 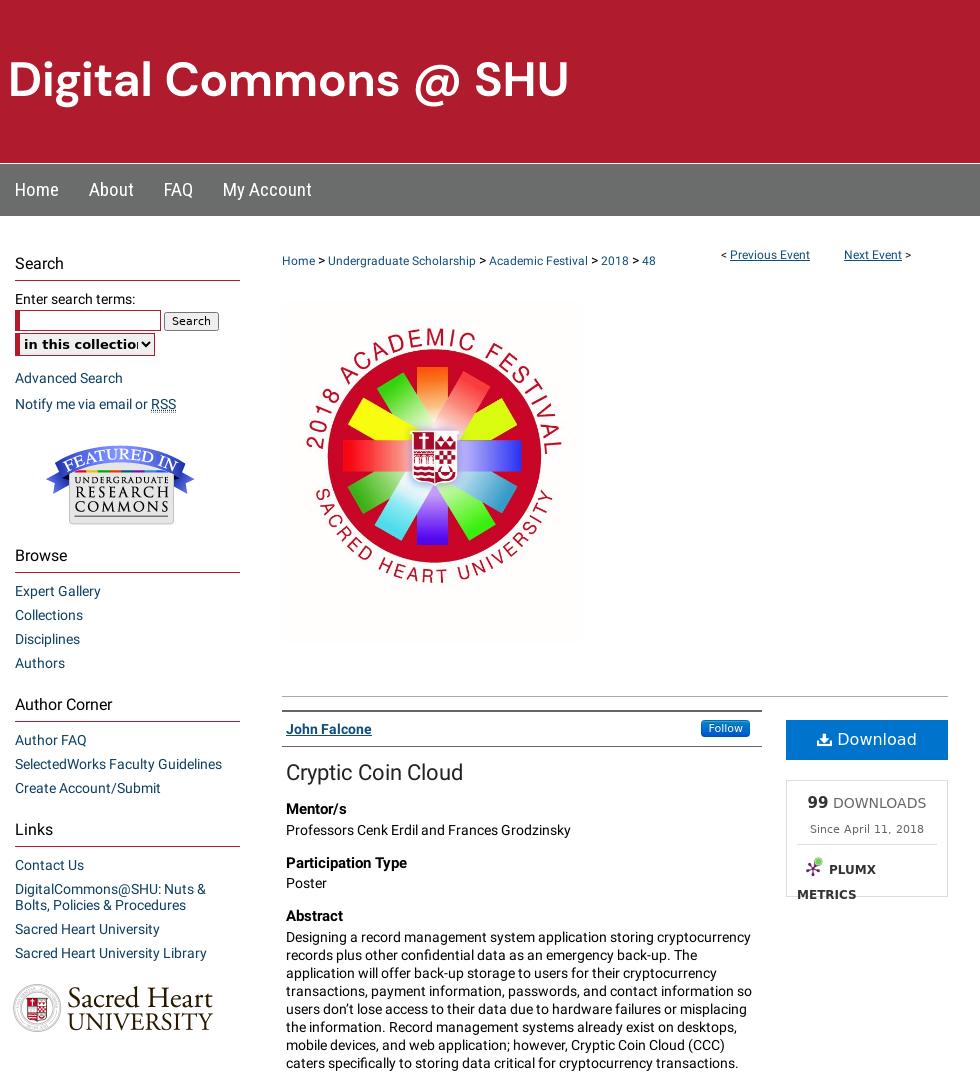 I want to click on 'Authors', so click(x=39, y=663).